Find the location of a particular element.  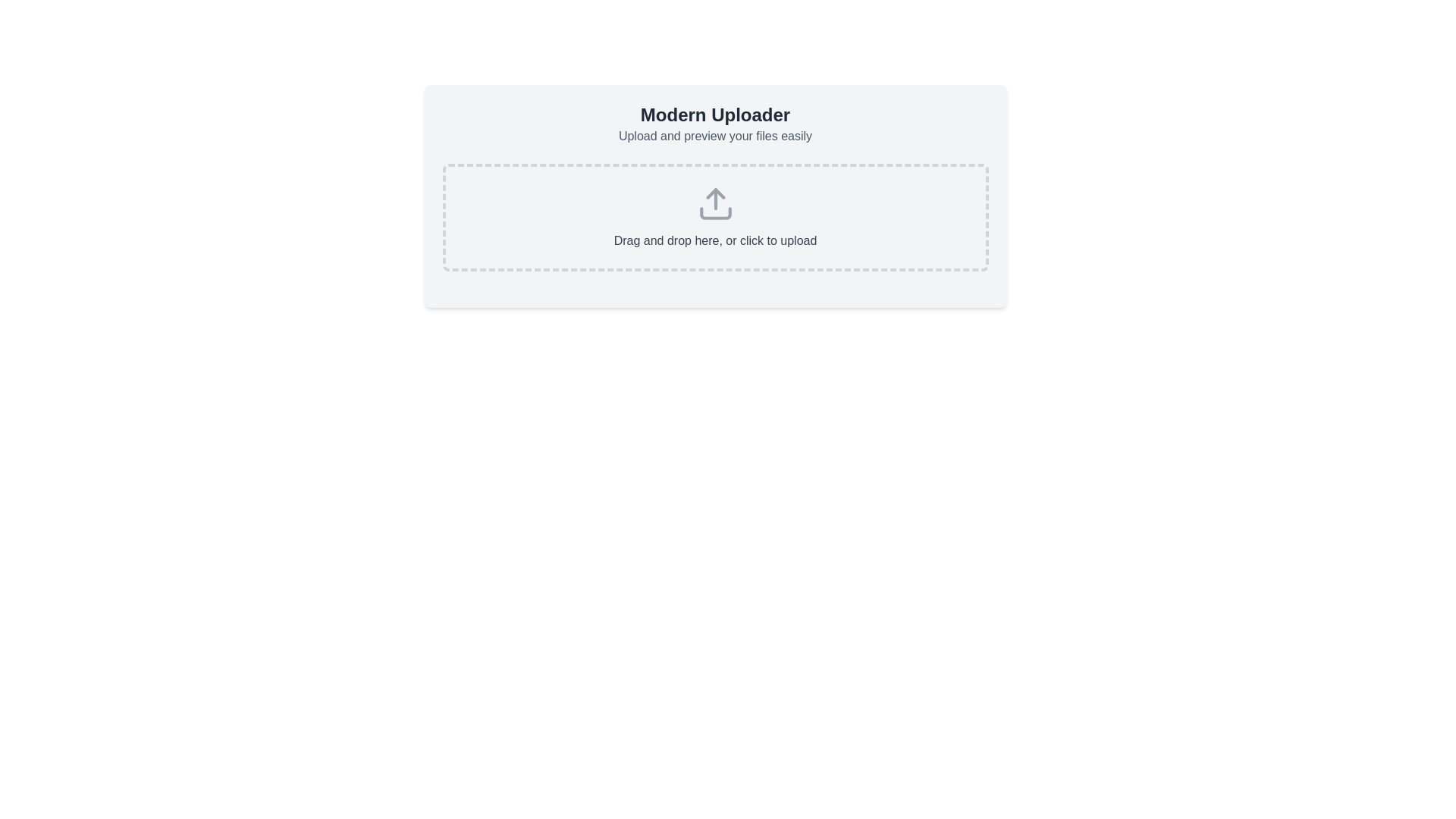

the static text label displaying 'Upload and preview your files easily', which is positioned below the title 'Modern Uploader' is located at coordinates (714, 136).